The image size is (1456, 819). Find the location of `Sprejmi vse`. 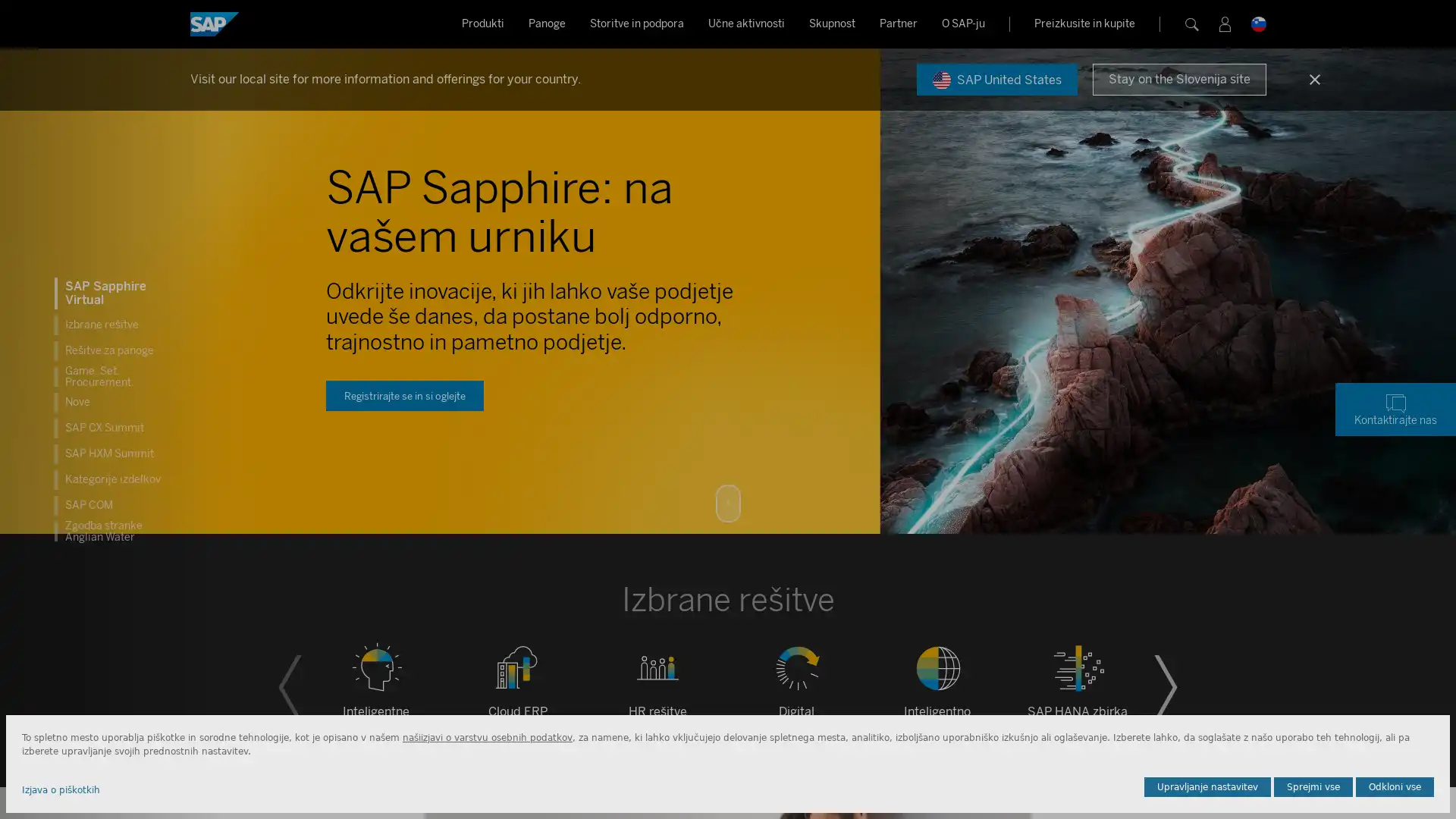

Sprejmi vse is located at coordinates (1313, 786).